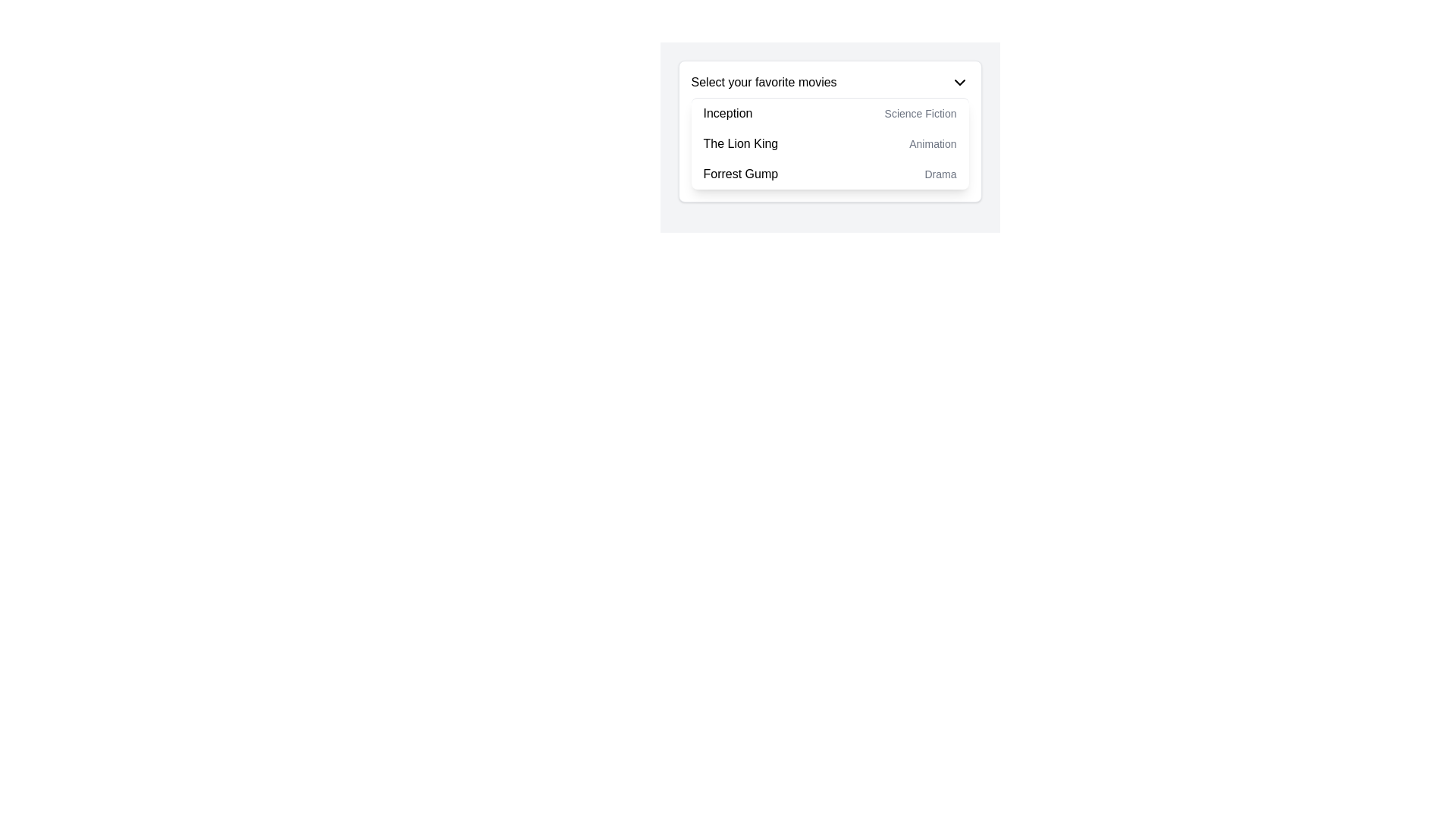  What do you see at coordinates (959, 82) in the screenshot?
I see `the downward-facing arrow icon located to the right of the text 'Select your favorite movies'` at bounding box center [959, 82].